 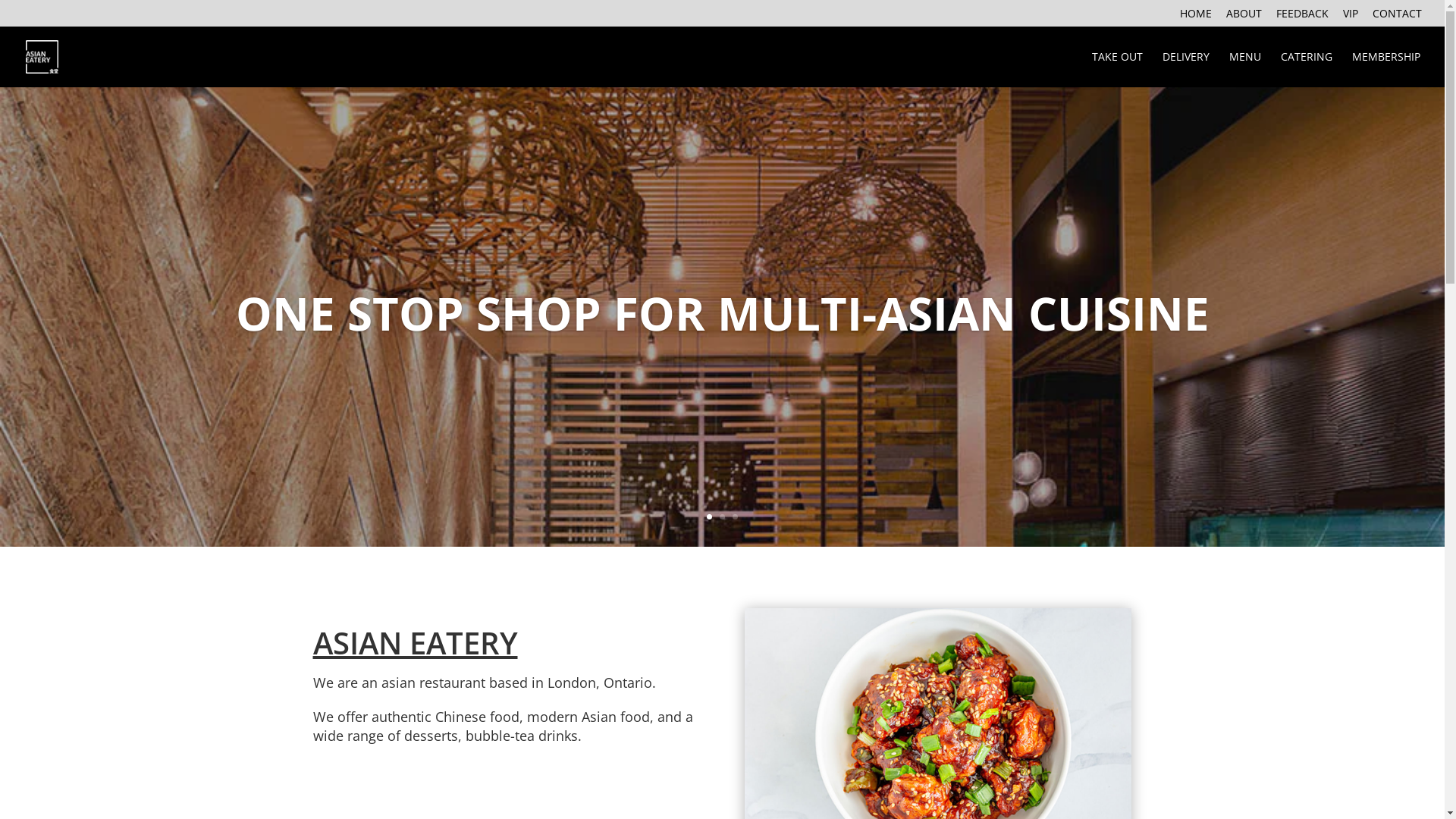 I want to click on '2', so click(x=721, y=516).